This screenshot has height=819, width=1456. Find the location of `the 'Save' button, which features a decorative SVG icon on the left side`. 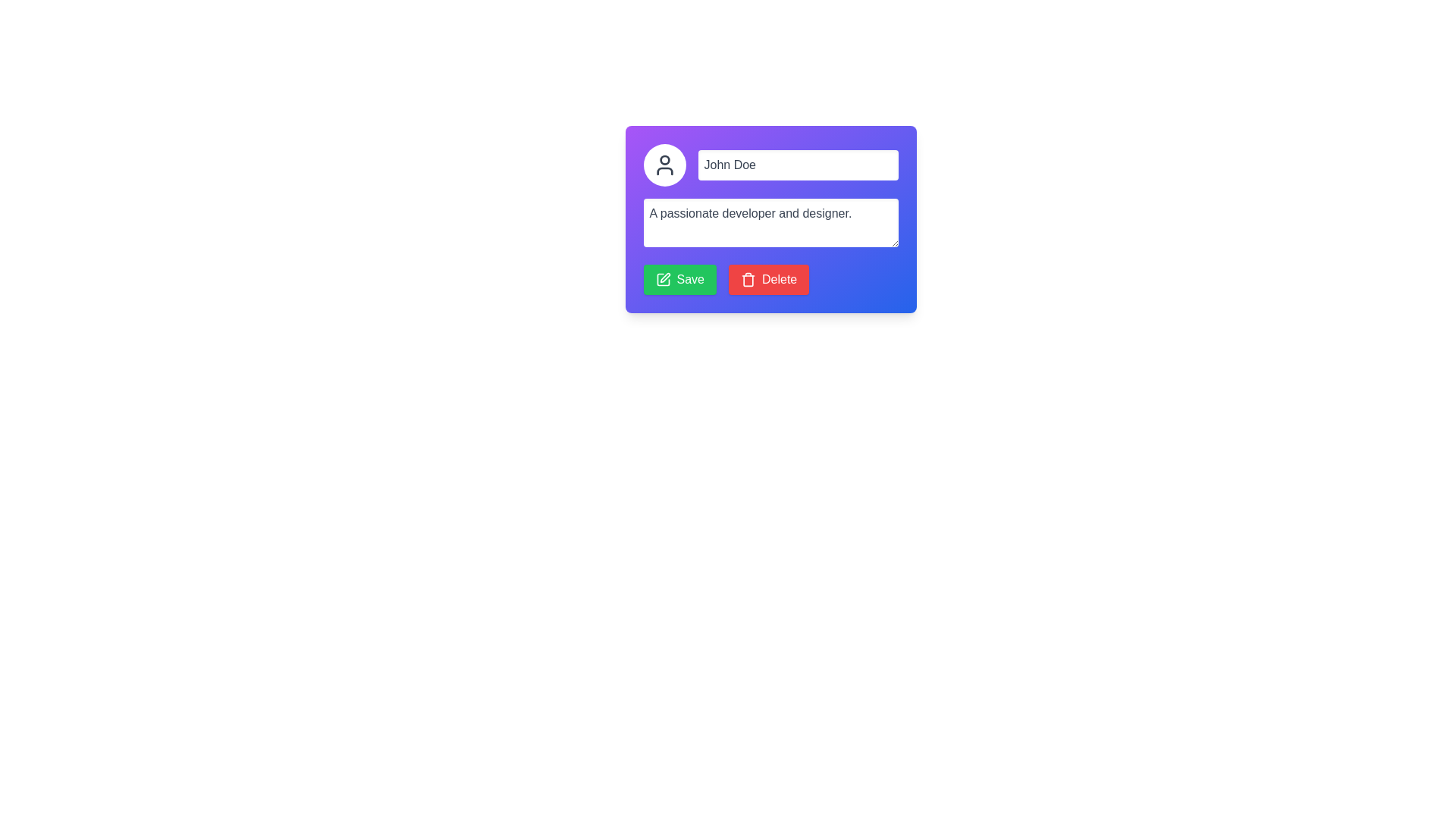

the 'Save' button, which features a decorative SVG icon on the left side is located at coordinates (663, 280).